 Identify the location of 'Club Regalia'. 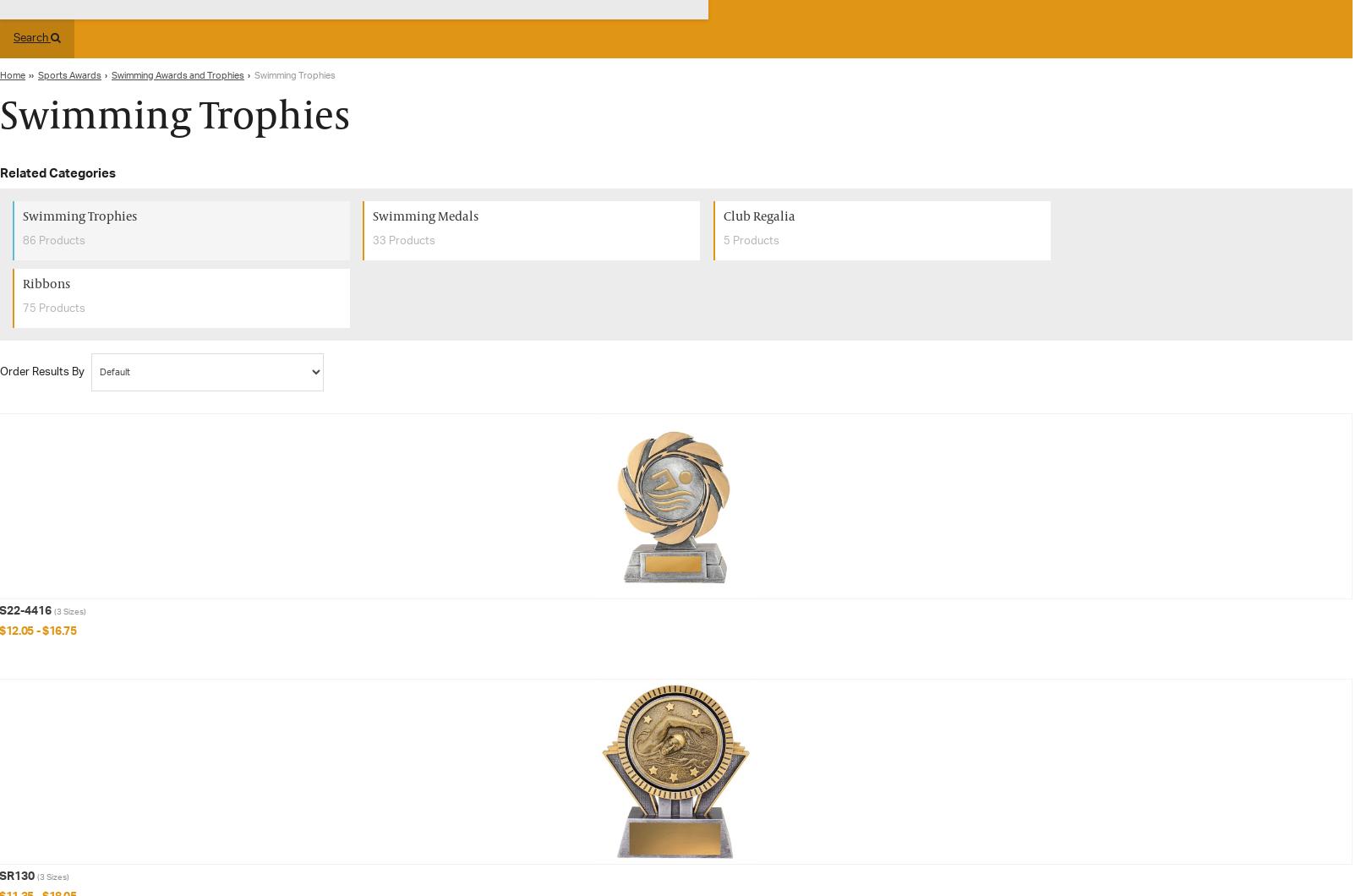
(757, 213).